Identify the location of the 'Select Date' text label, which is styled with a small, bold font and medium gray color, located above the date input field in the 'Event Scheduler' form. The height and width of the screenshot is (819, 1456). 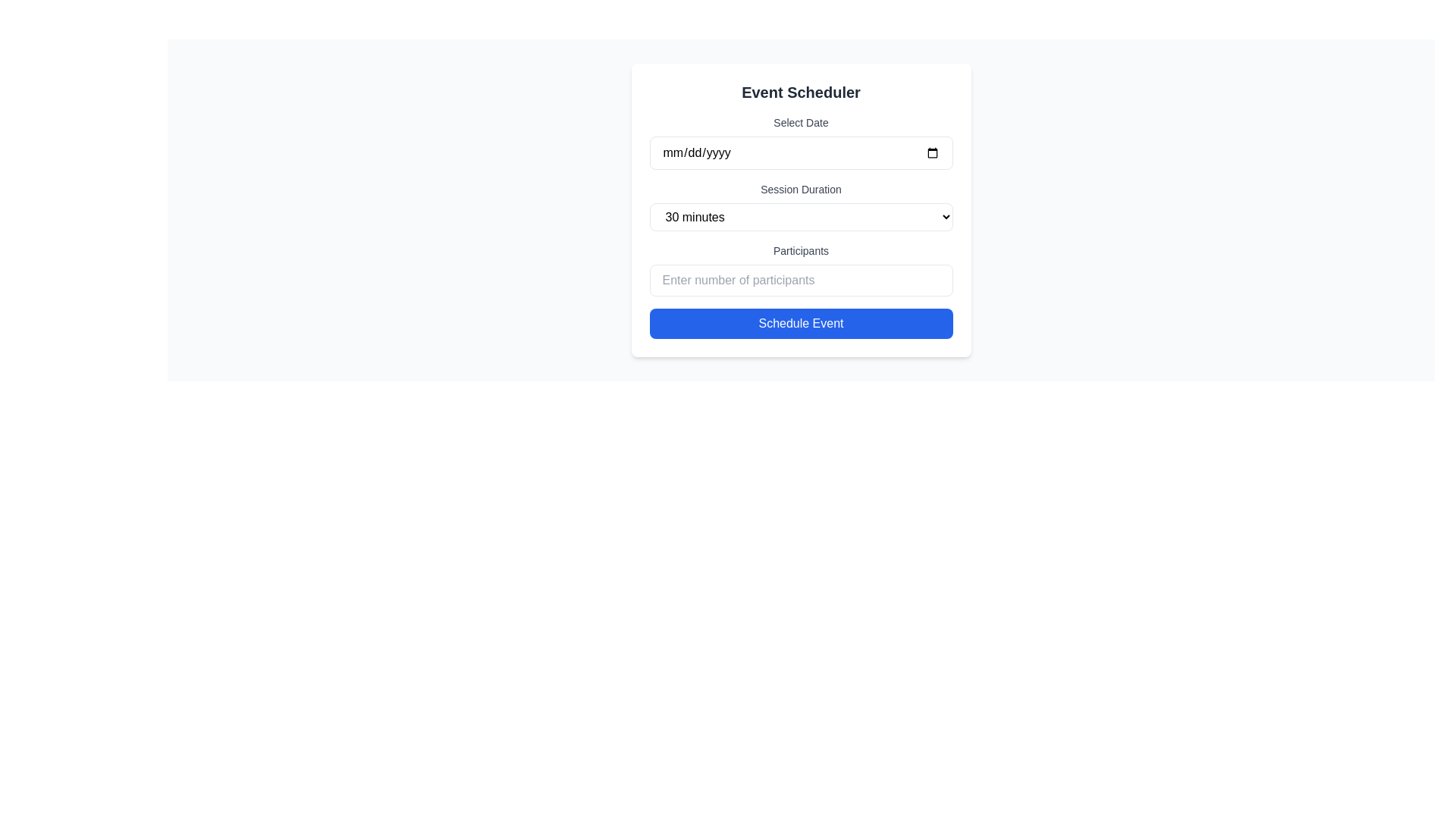
(800, 122).